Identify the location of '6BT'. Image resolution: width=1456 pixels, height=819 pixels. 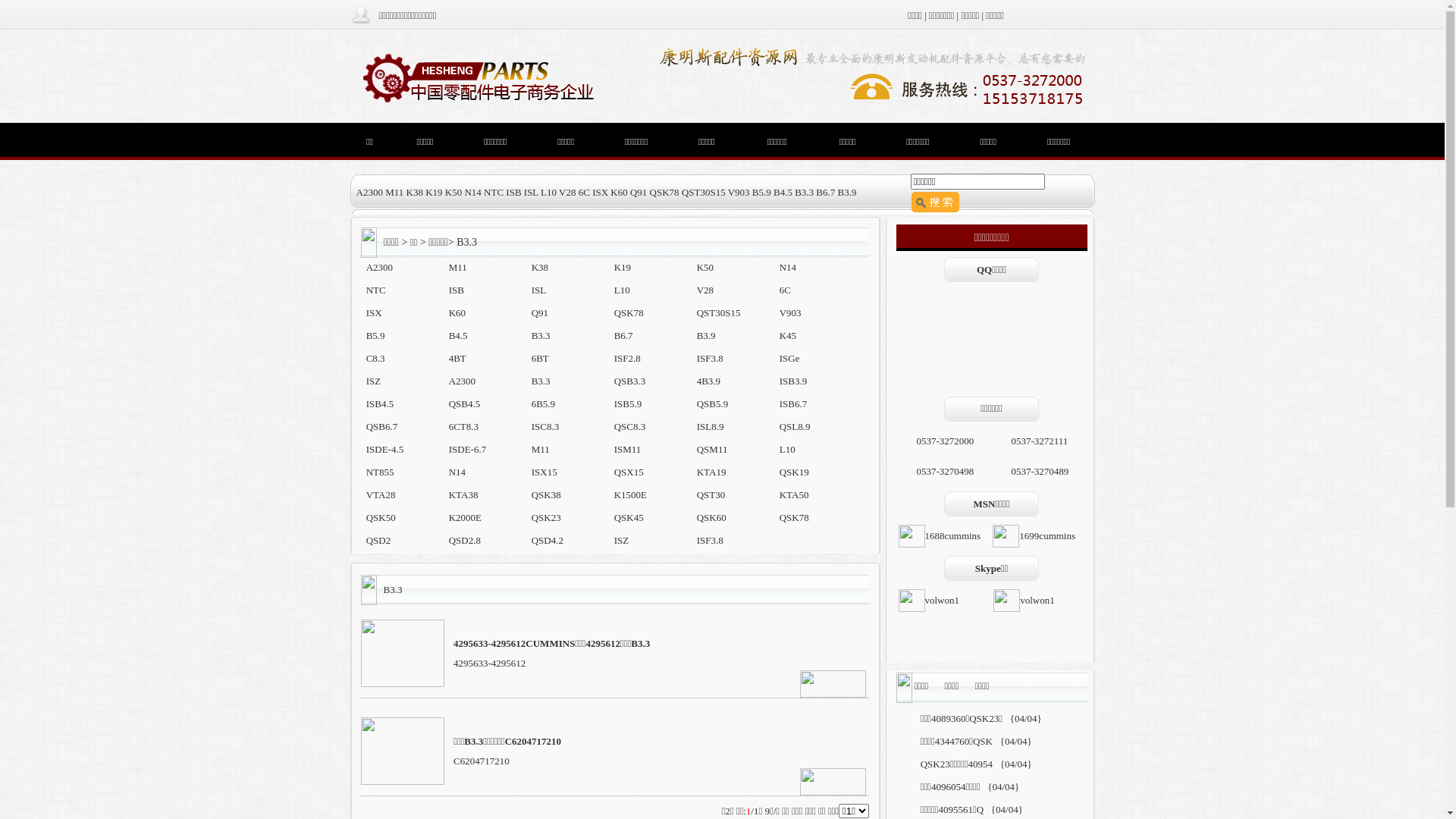
(540, 358).